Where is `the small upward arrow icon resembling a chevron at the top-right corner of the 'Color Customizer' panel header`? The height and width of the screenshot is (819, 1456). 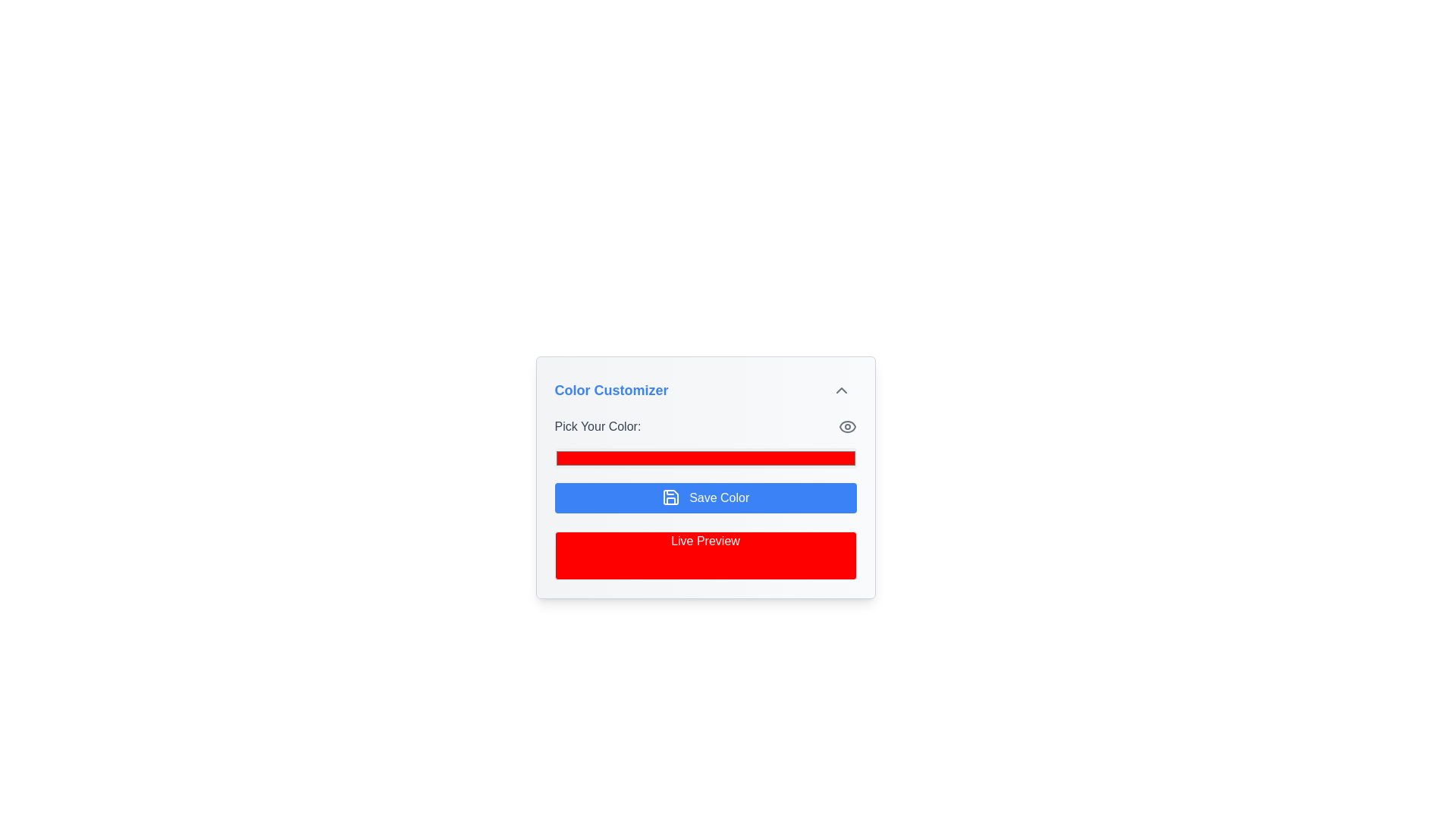
the small upward arrow icon resembling a chevron at the top-right corner of the 'Color Customizer' panel header is located at coordinates (840, 390).